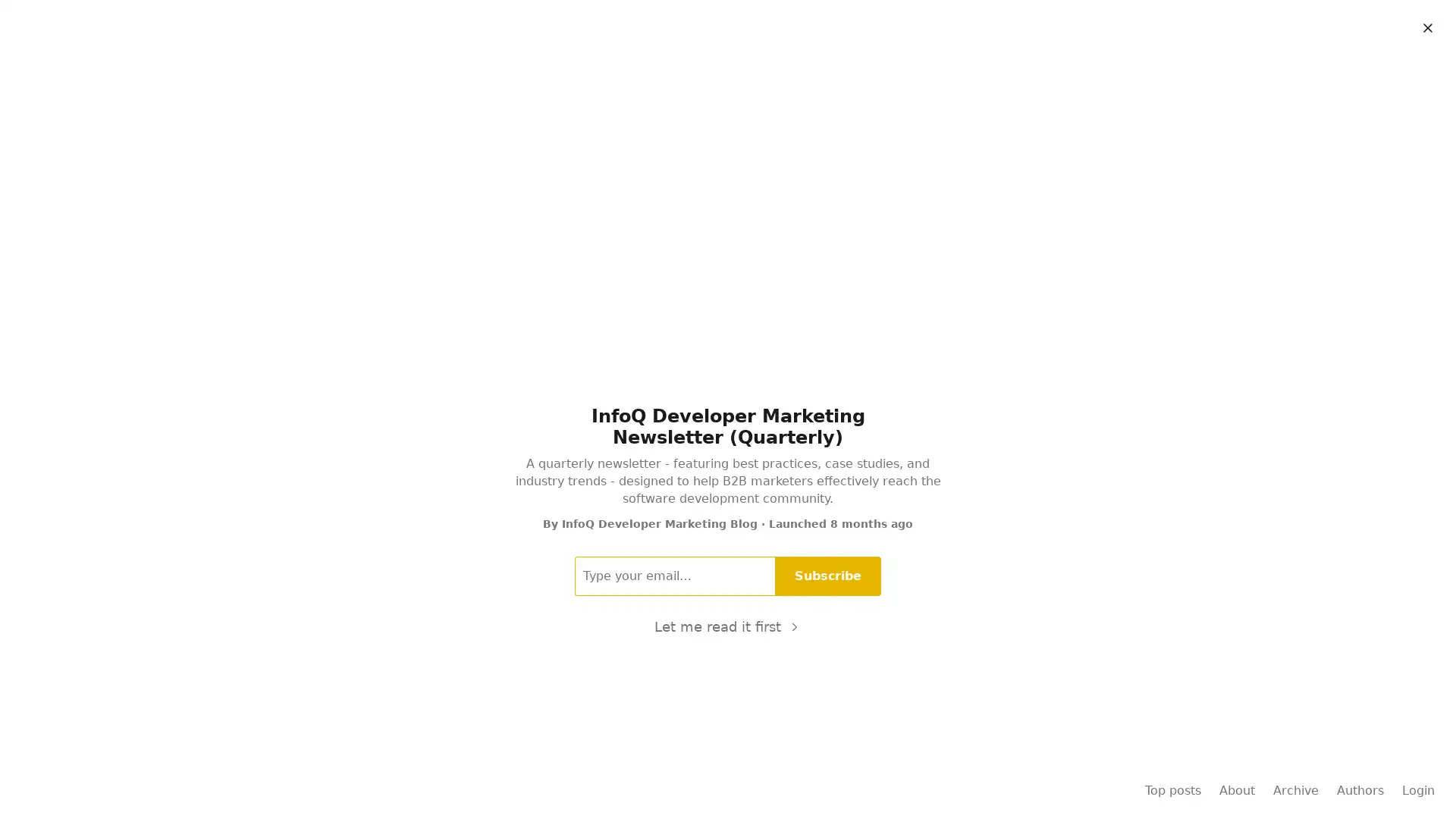  Describe the element at coordinates (726, 66) in the screenshot. I see `Newsletters` at that location.